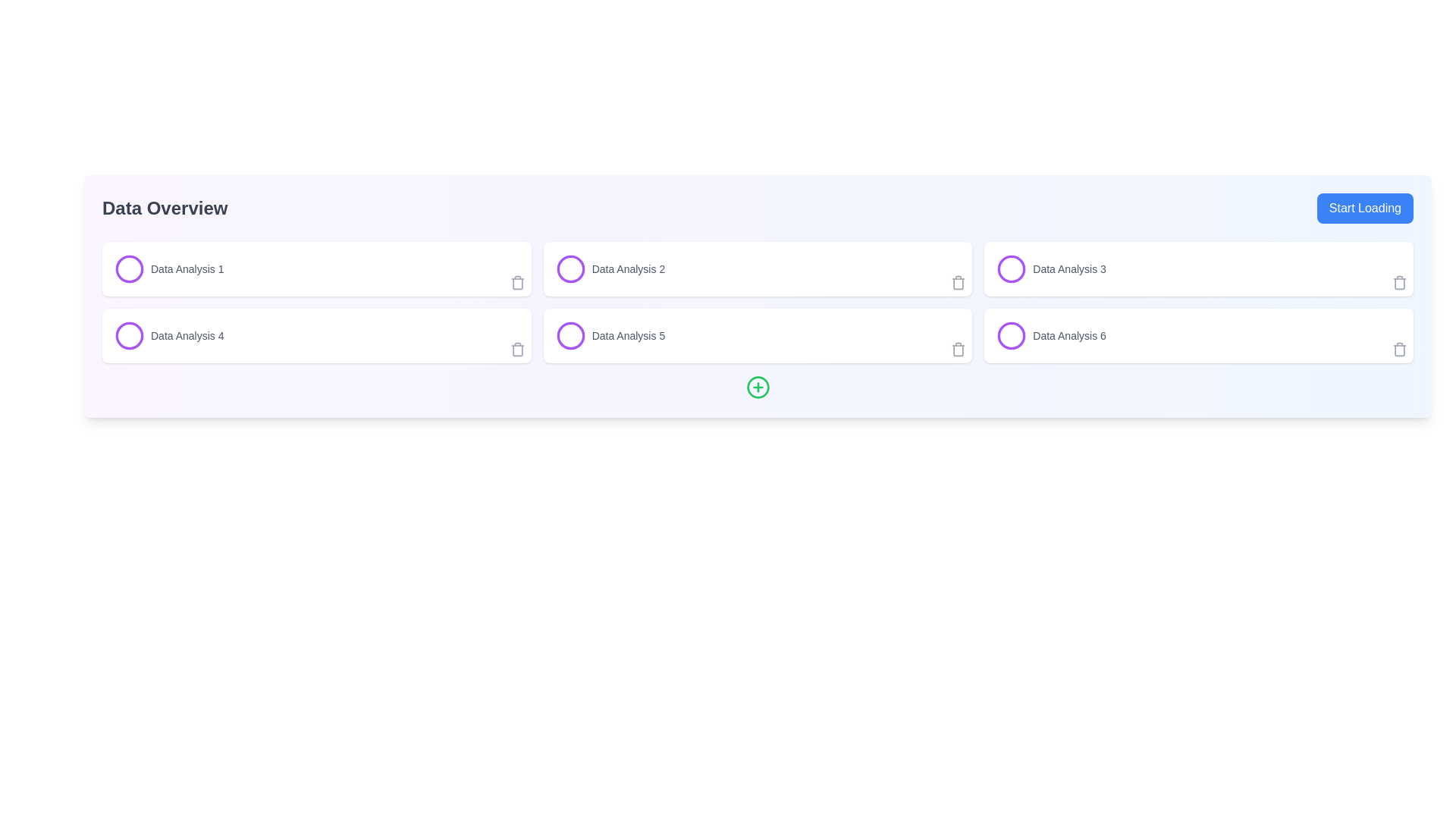  Describe the element at coordinates (1012, 335) in the screenshot. I see `the hollow purple circular icon located in the bottom-right of the grid layout adjacent to the 'Data Analysis 6' label to emphasize it` at that location.